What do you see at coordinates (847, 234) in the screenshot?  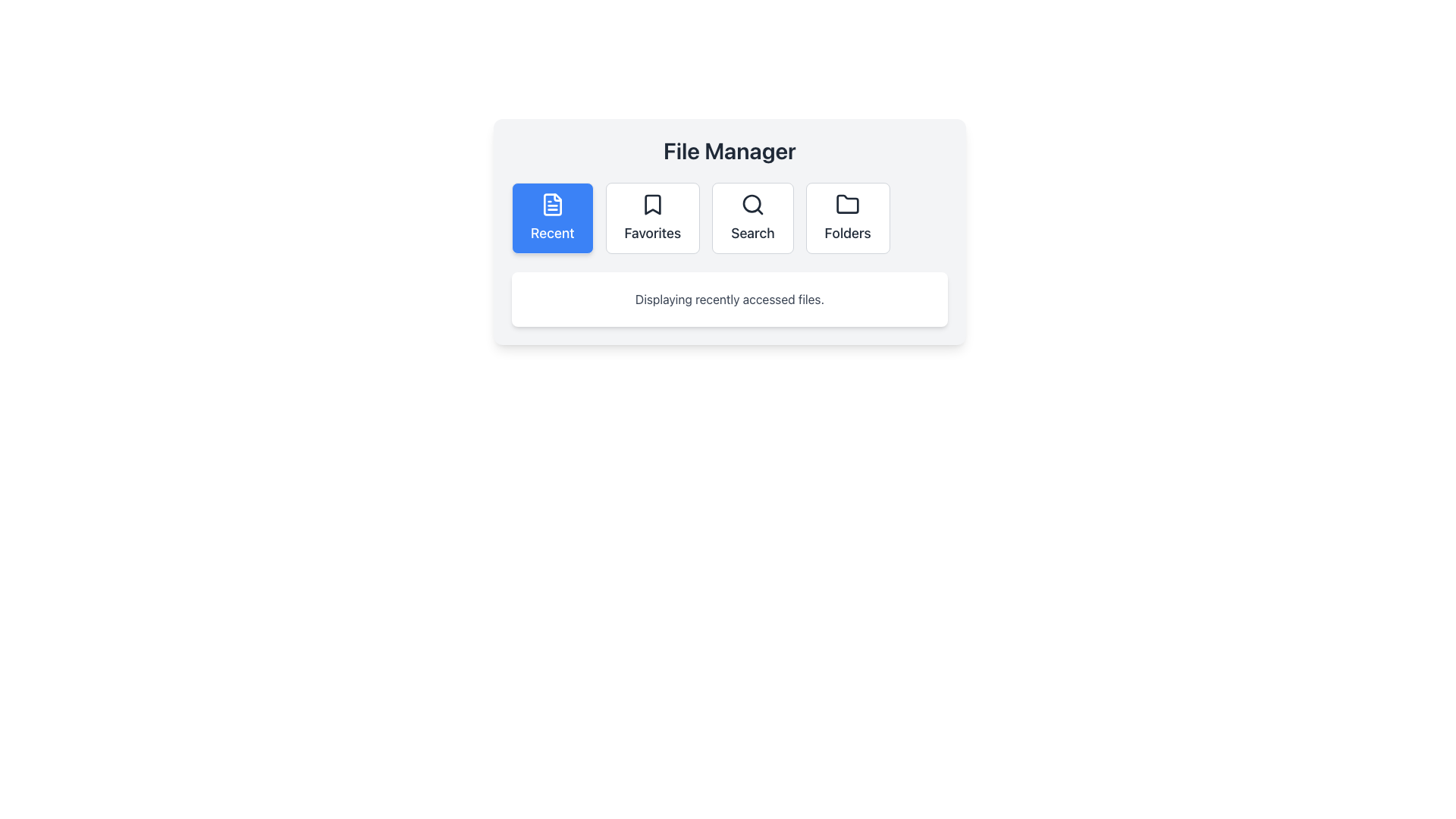 I see `the 'Folders' text label, which is styled in dark gray and part of an interactive card in the navigation bar` at bounding box center [847, 234].